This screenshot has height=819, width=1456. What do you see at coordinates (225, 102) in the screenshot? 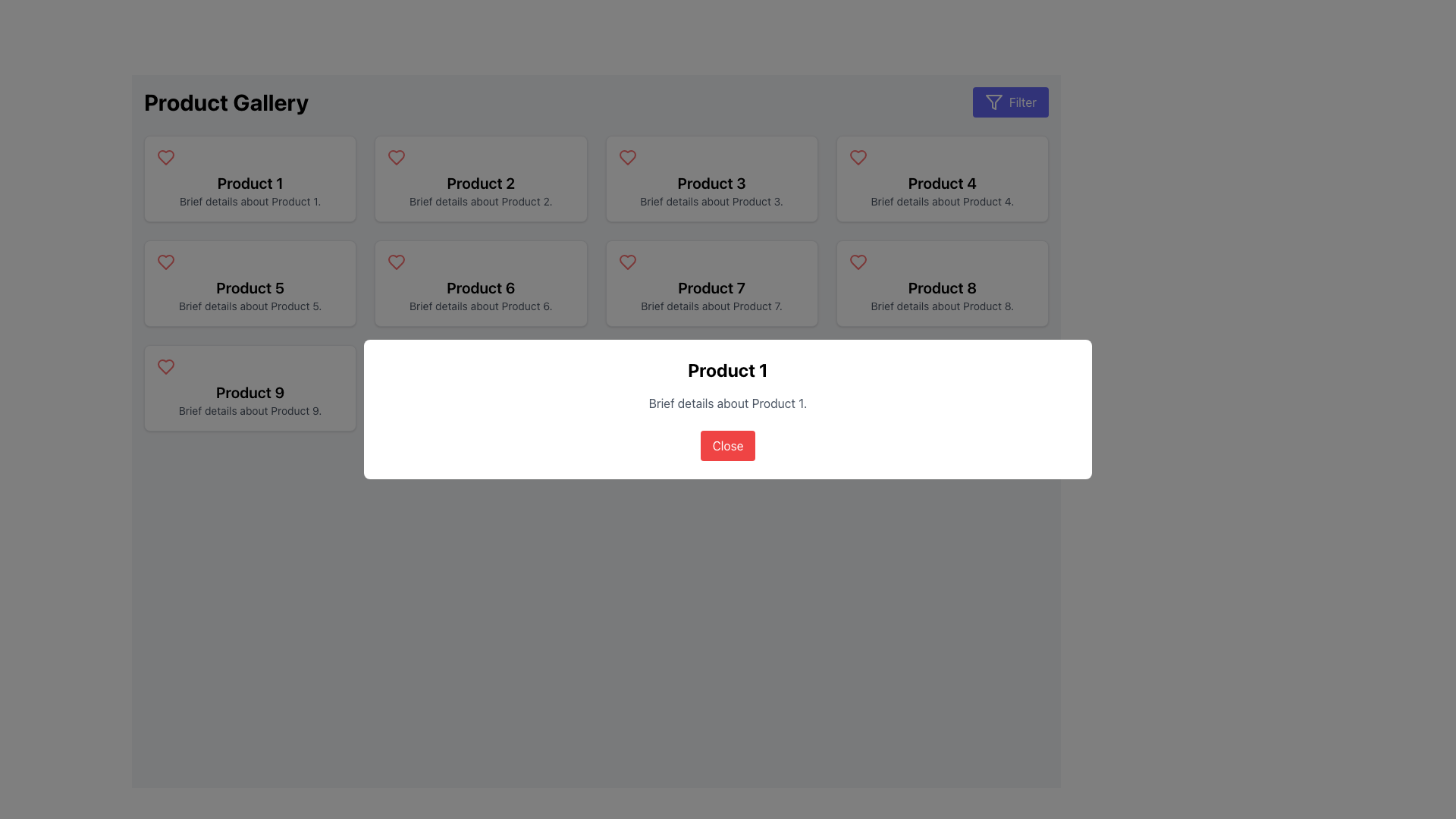
I see `the Heading or Text Label which serves as the title for the product gallery section, located at the top-left of the interface` at bounding box center [225, 102].